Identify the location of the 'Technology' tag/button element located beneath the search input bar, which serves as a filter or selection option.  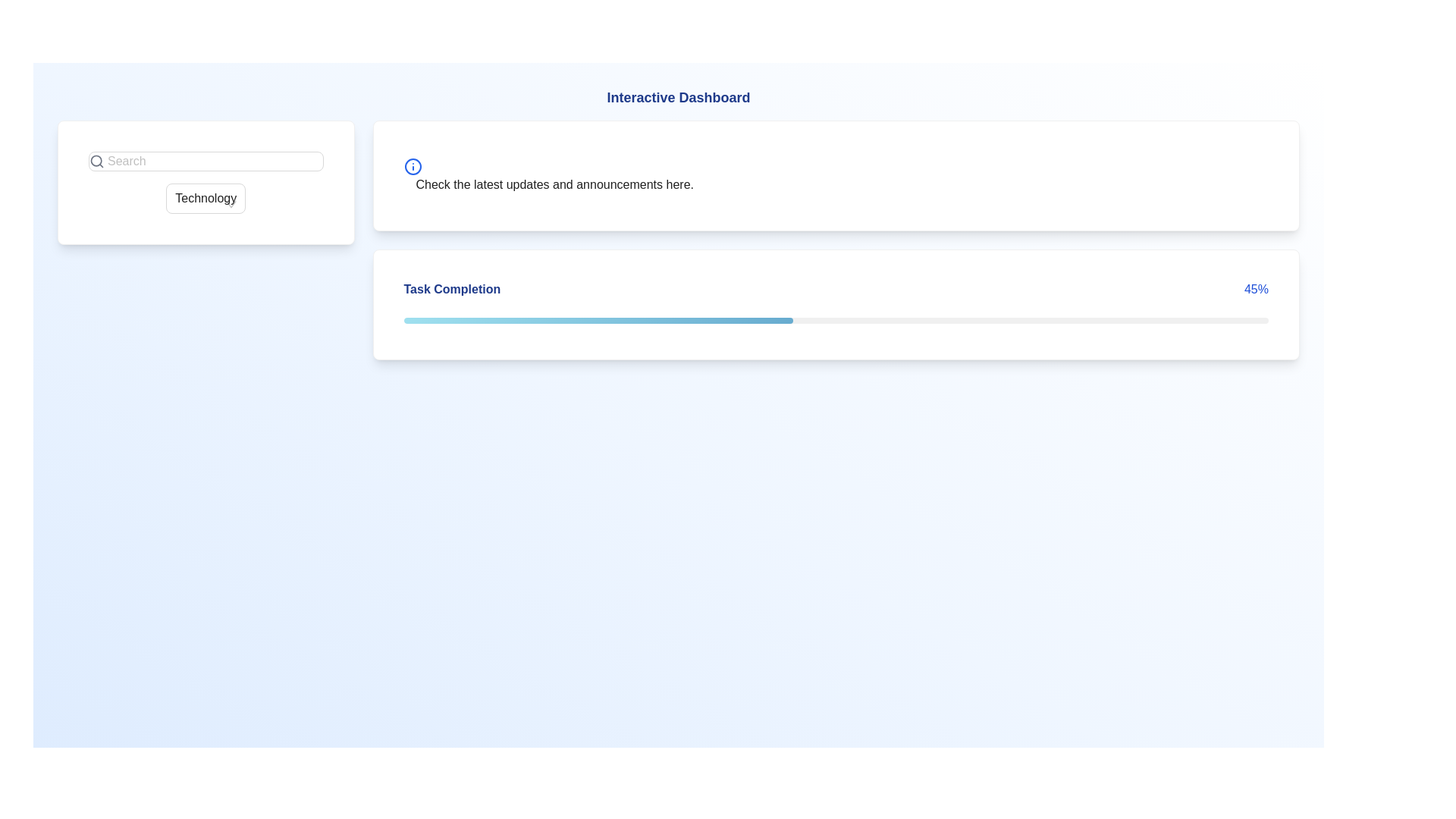
(205, 181).